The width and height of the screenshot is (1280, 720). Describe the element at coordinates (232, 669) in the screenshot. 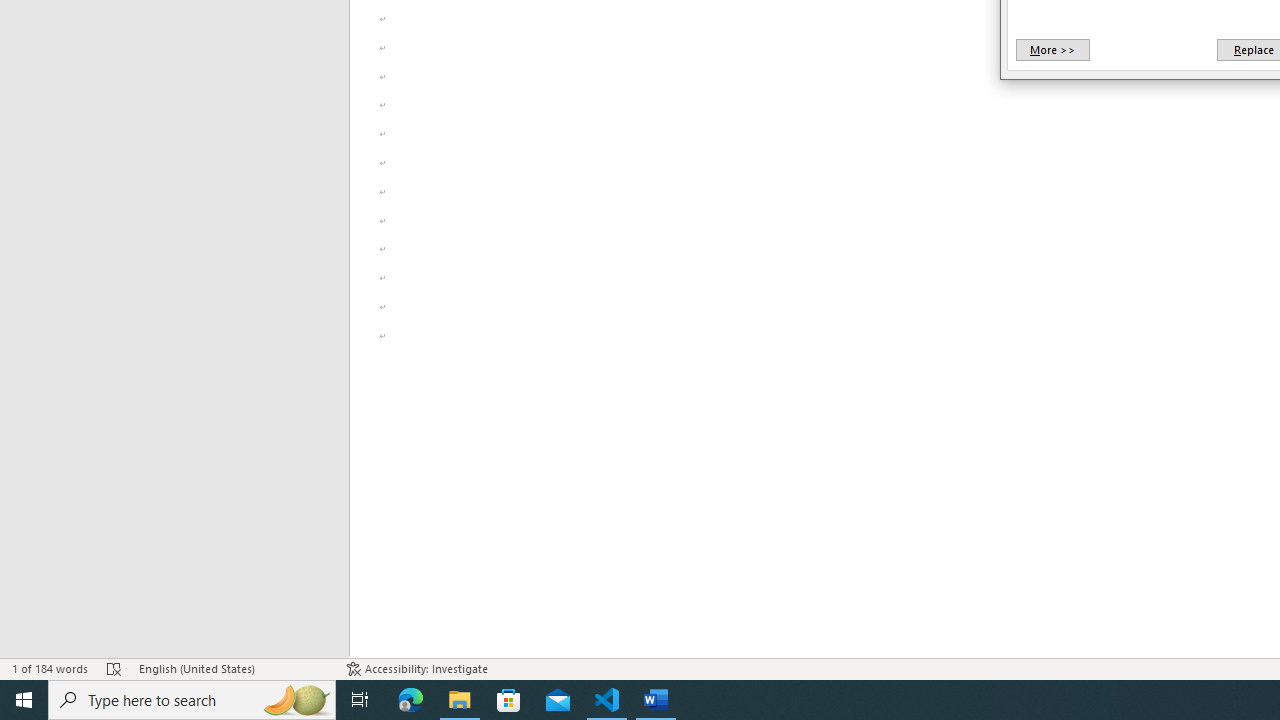

I see `'Language English (United States)'` at that location.